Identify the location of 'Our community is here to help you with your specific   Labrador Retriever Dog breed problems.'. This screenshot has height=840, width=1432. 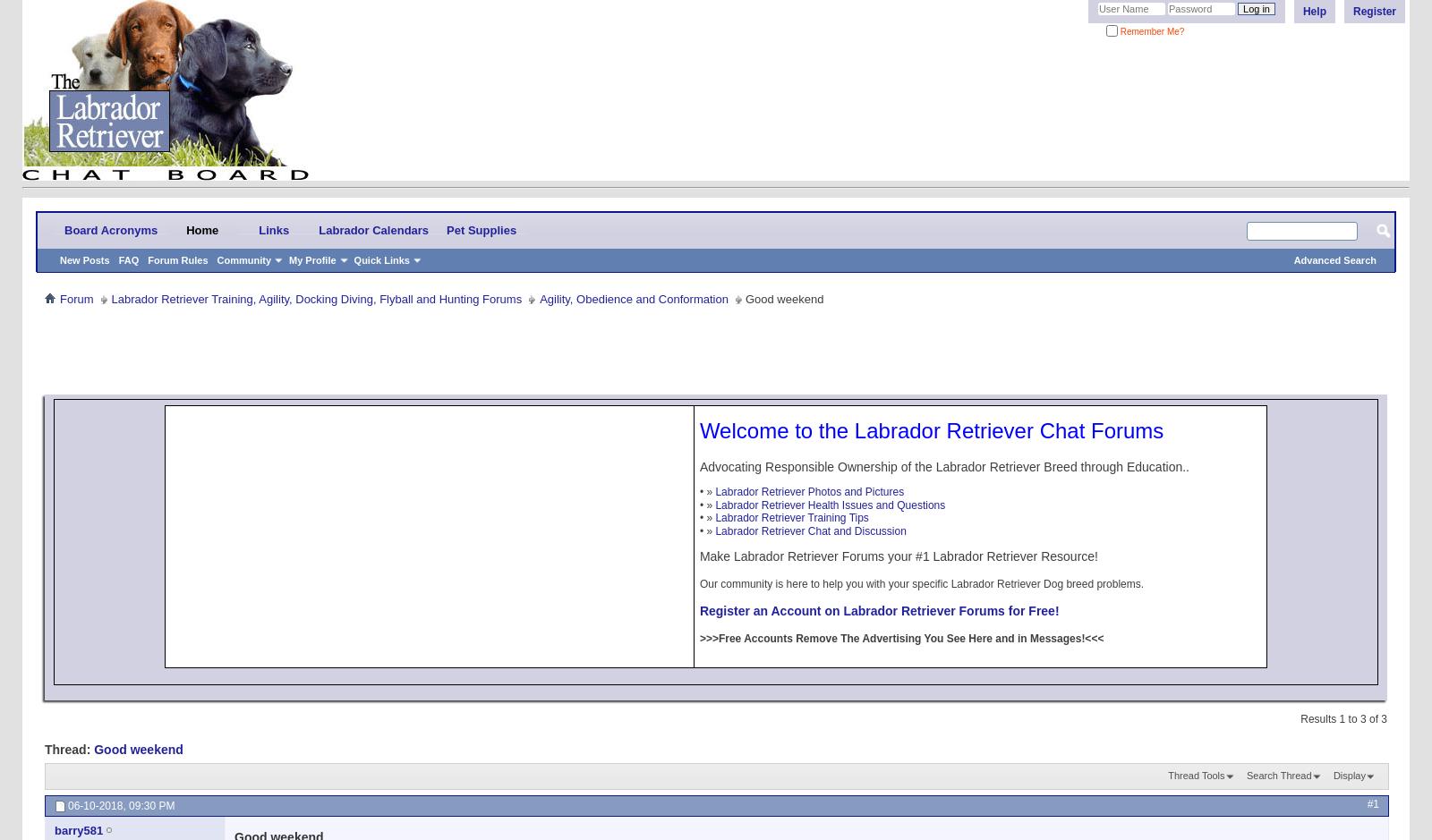
(698, 583).